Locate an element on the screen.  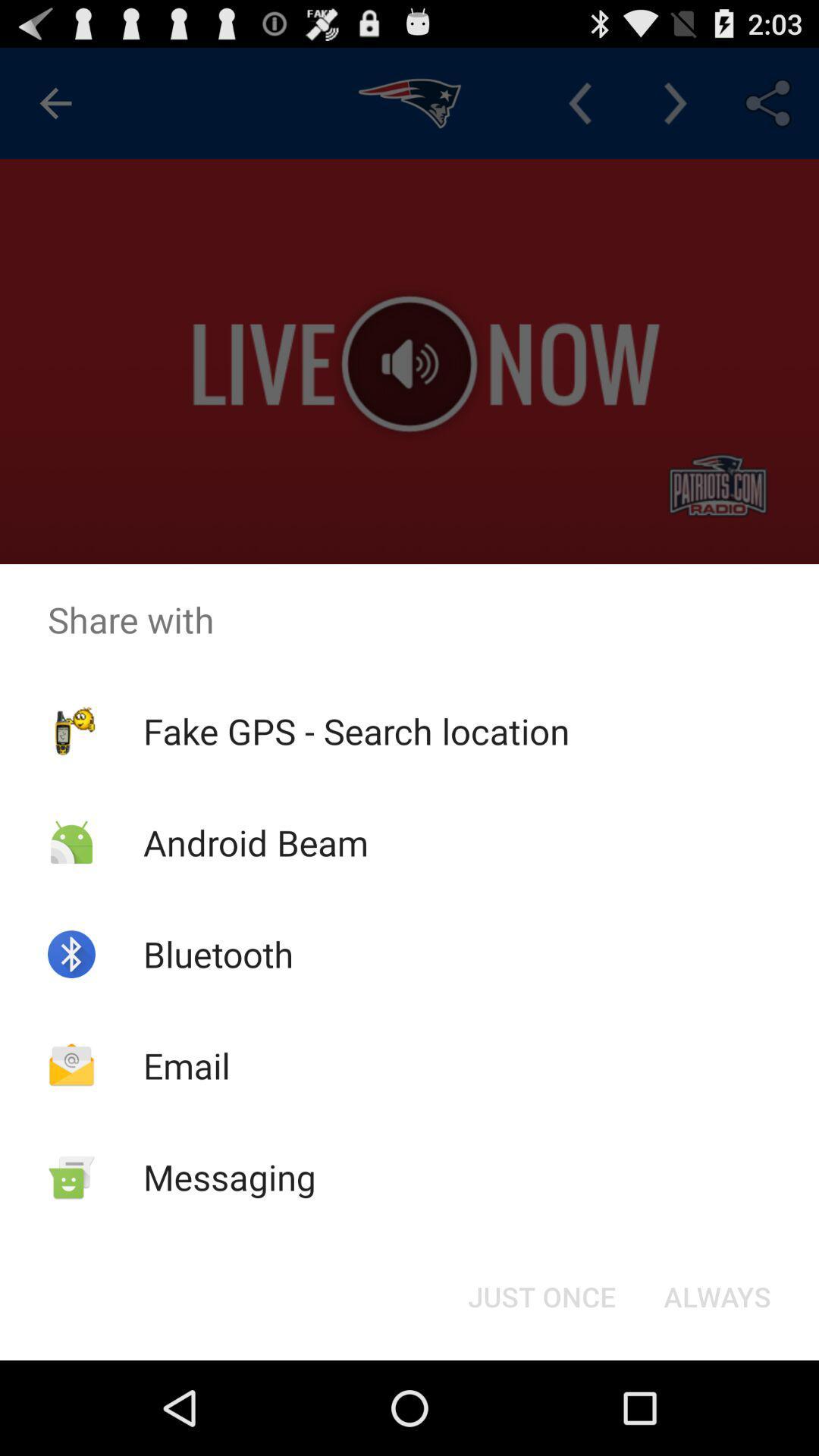
just once icon is located at coordinates (541, 1295).